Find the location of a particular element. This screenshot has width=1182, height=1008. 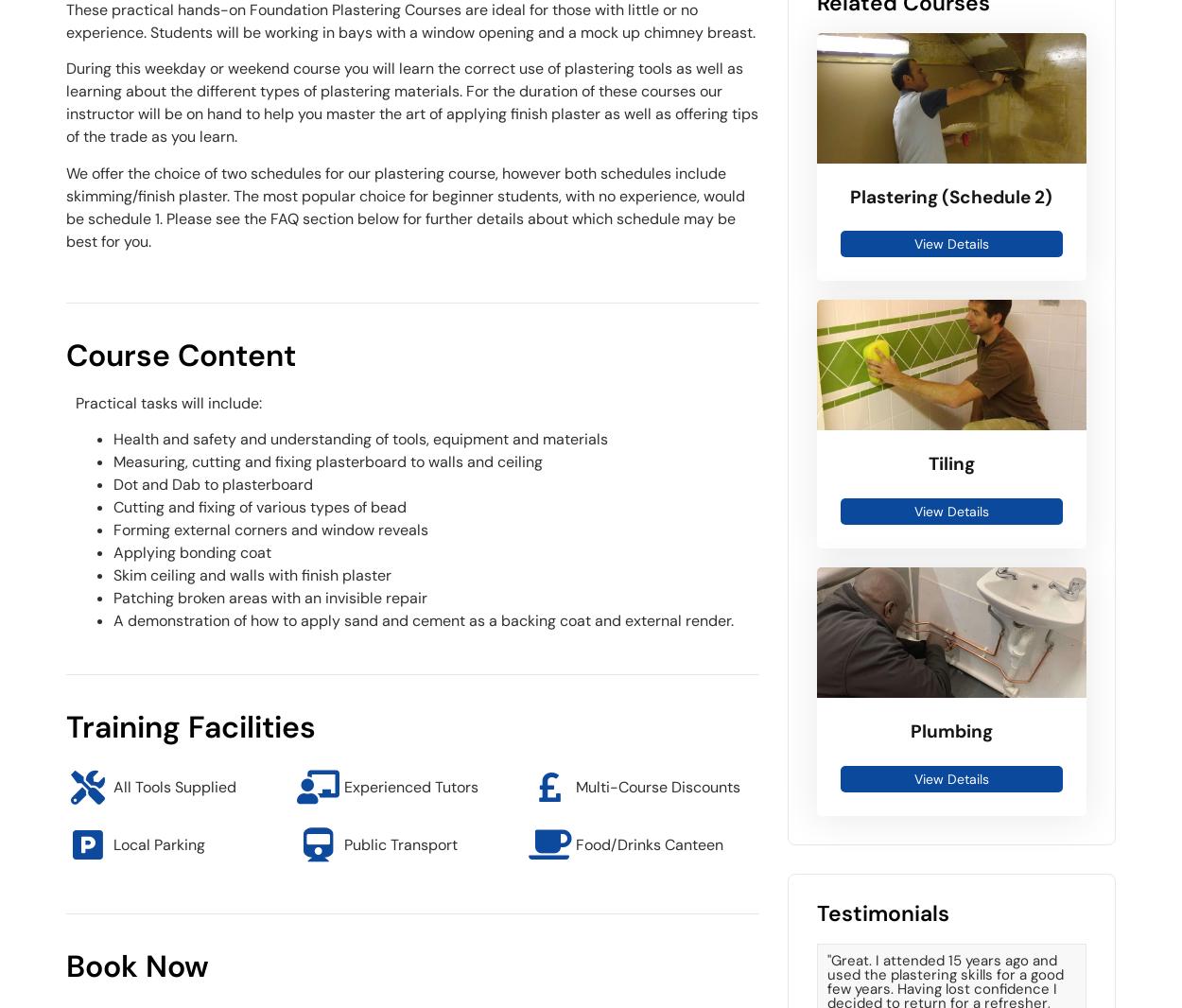

'A demonstration of how to apply sand and cement as a backing coat and external render.' is located at coordinates (423, 619).